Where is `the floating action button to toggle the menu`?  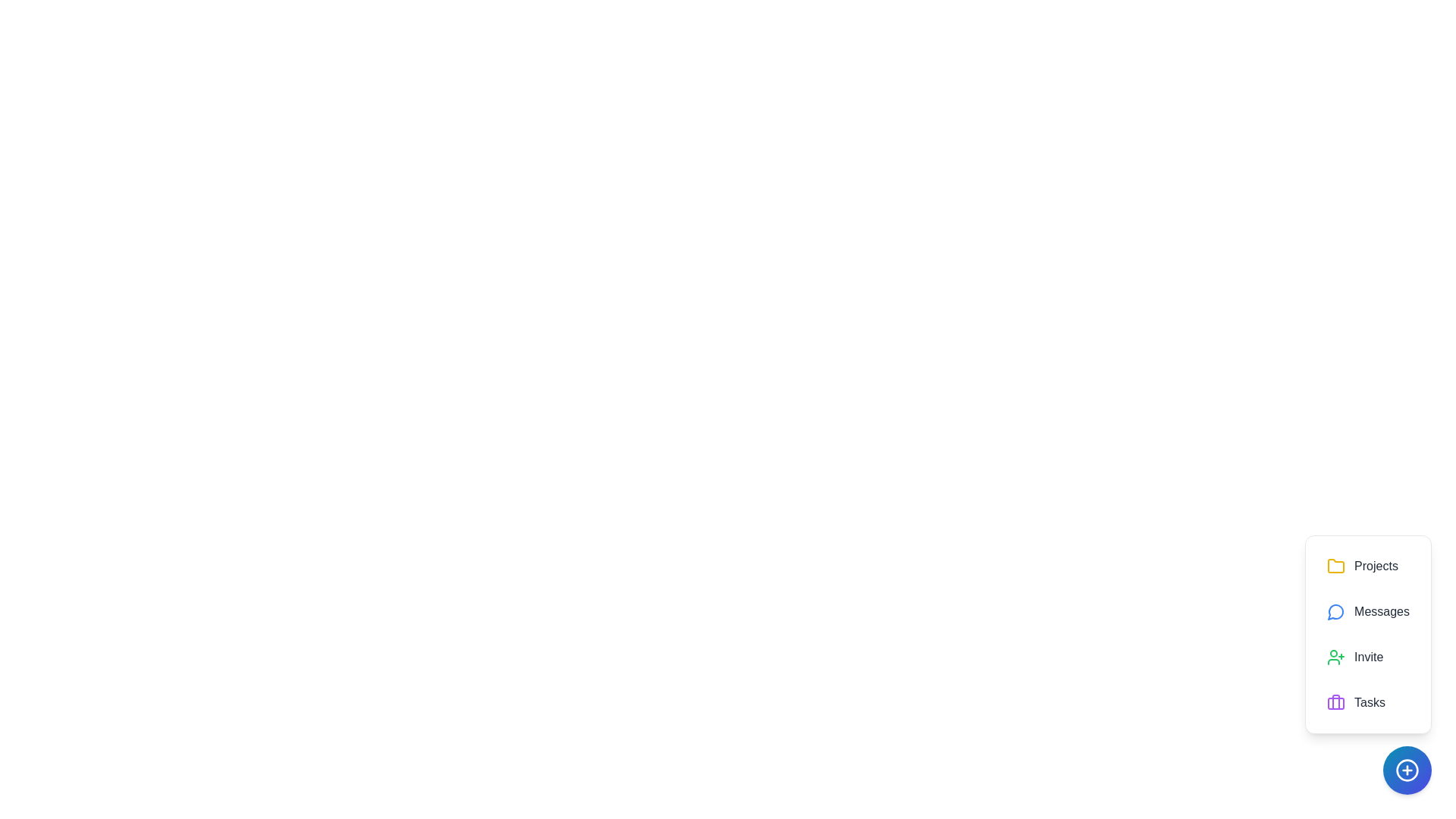 the floating action button to toggle the menu is located at coordinates (1407, 770).